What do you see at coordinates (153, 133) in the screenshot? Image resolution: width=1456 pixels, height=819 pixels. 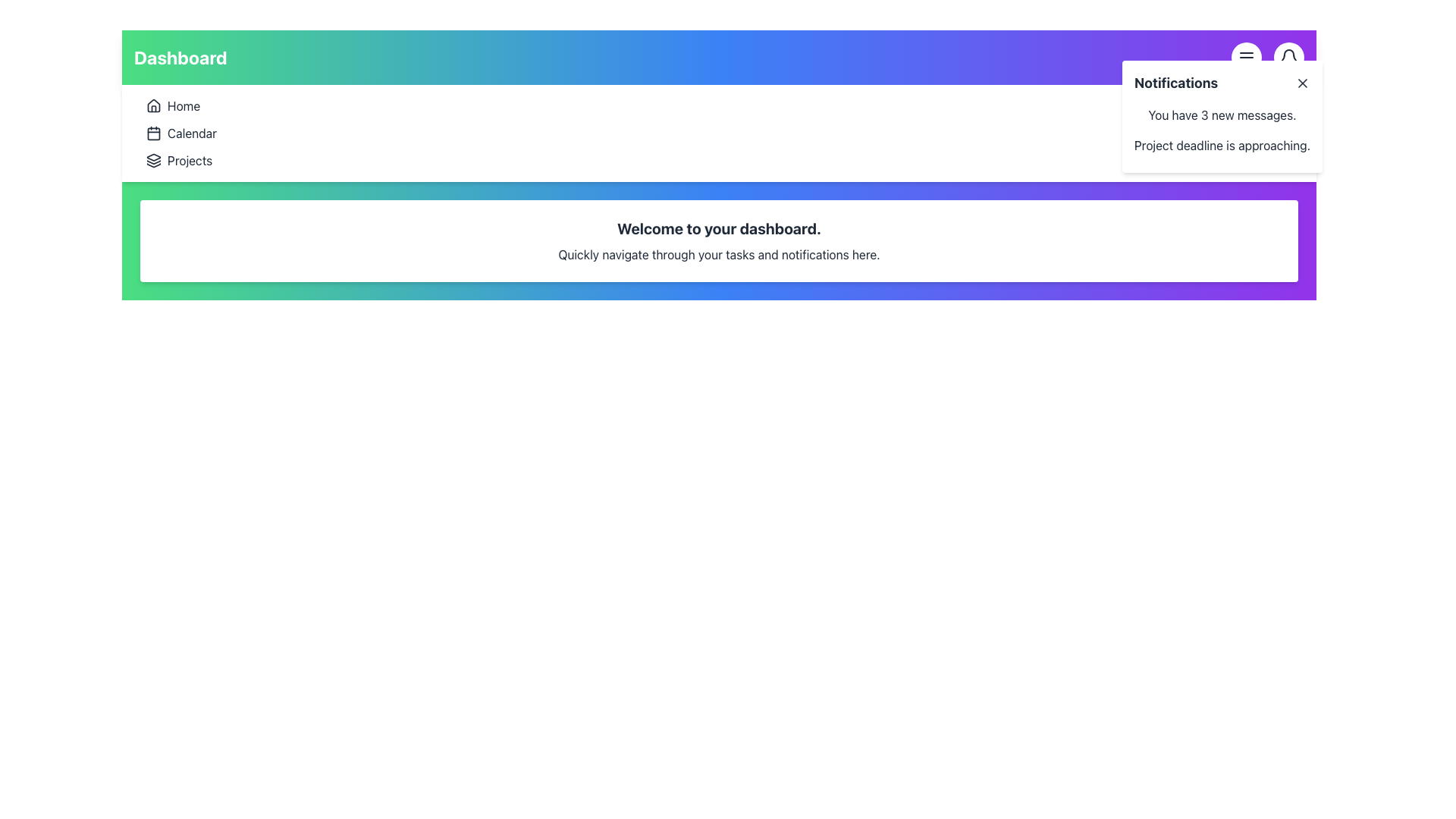 I see `the rectangular component within the calendar icon located in the second item from the top of the list on the sidebar` at bounding box center [153, 133].